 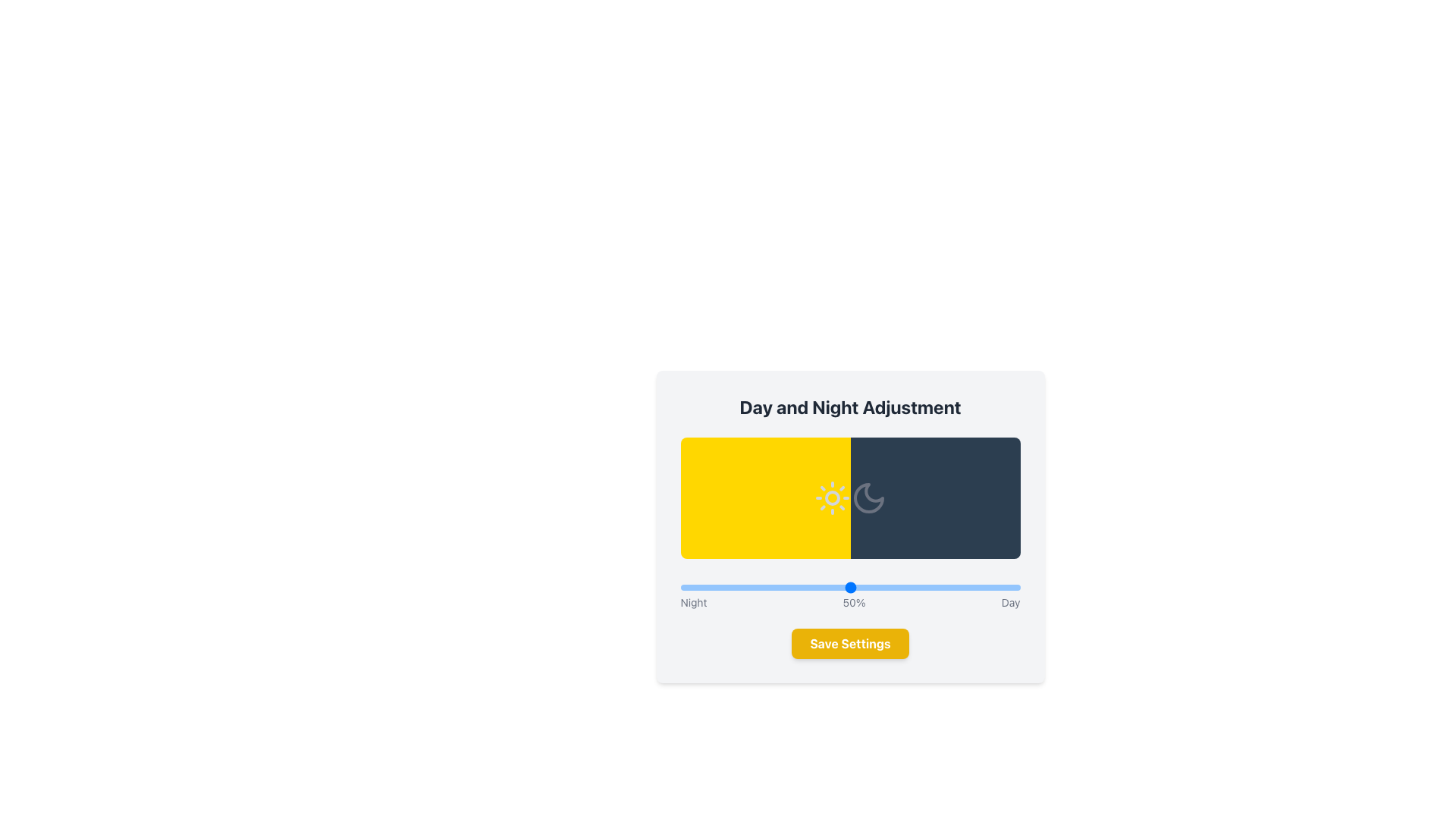 I want to click on the day-night adjustment, so click(x=938, y=587).